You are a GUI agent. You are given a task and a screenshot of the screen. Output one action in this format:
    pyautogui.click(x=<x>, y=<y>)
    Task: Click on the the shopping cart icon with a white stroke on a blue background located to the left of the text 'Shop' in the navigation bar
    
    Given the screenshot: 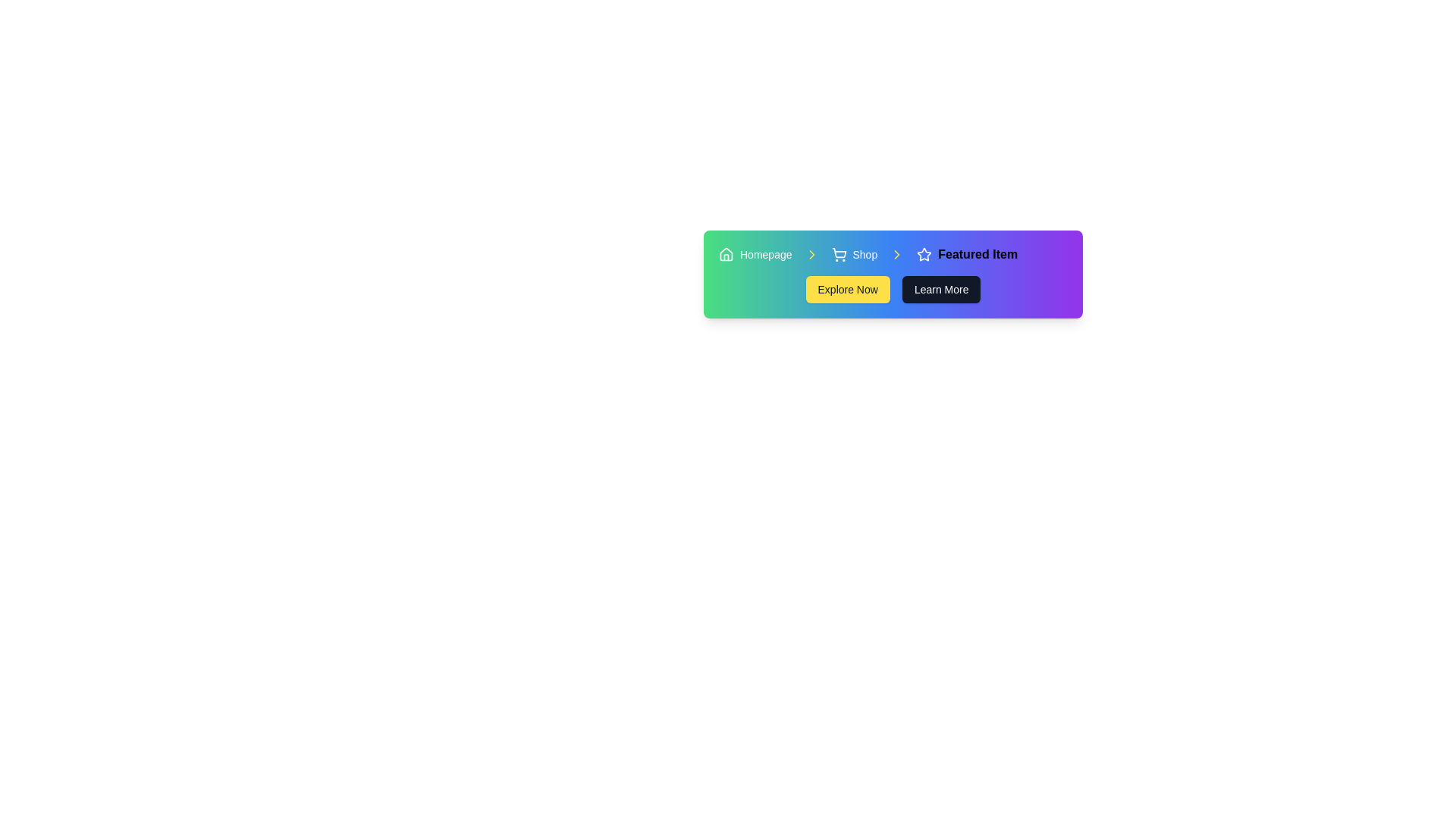 What is the action you would take?
    pyautogui.click(x=838, y=253)
    